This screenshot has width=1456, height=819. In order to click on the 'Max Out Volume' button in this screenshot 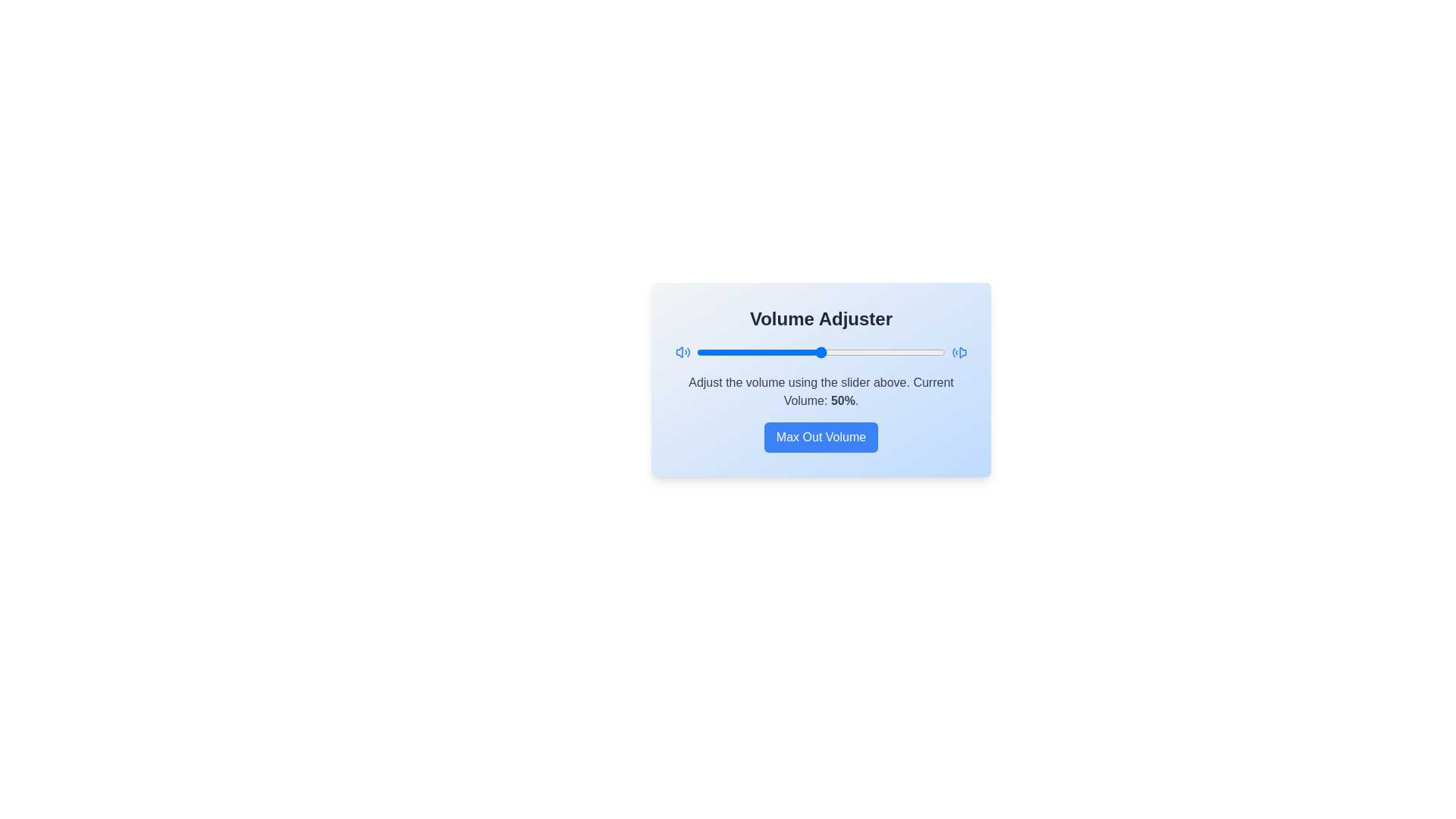, I will do `click(821, 438)`.